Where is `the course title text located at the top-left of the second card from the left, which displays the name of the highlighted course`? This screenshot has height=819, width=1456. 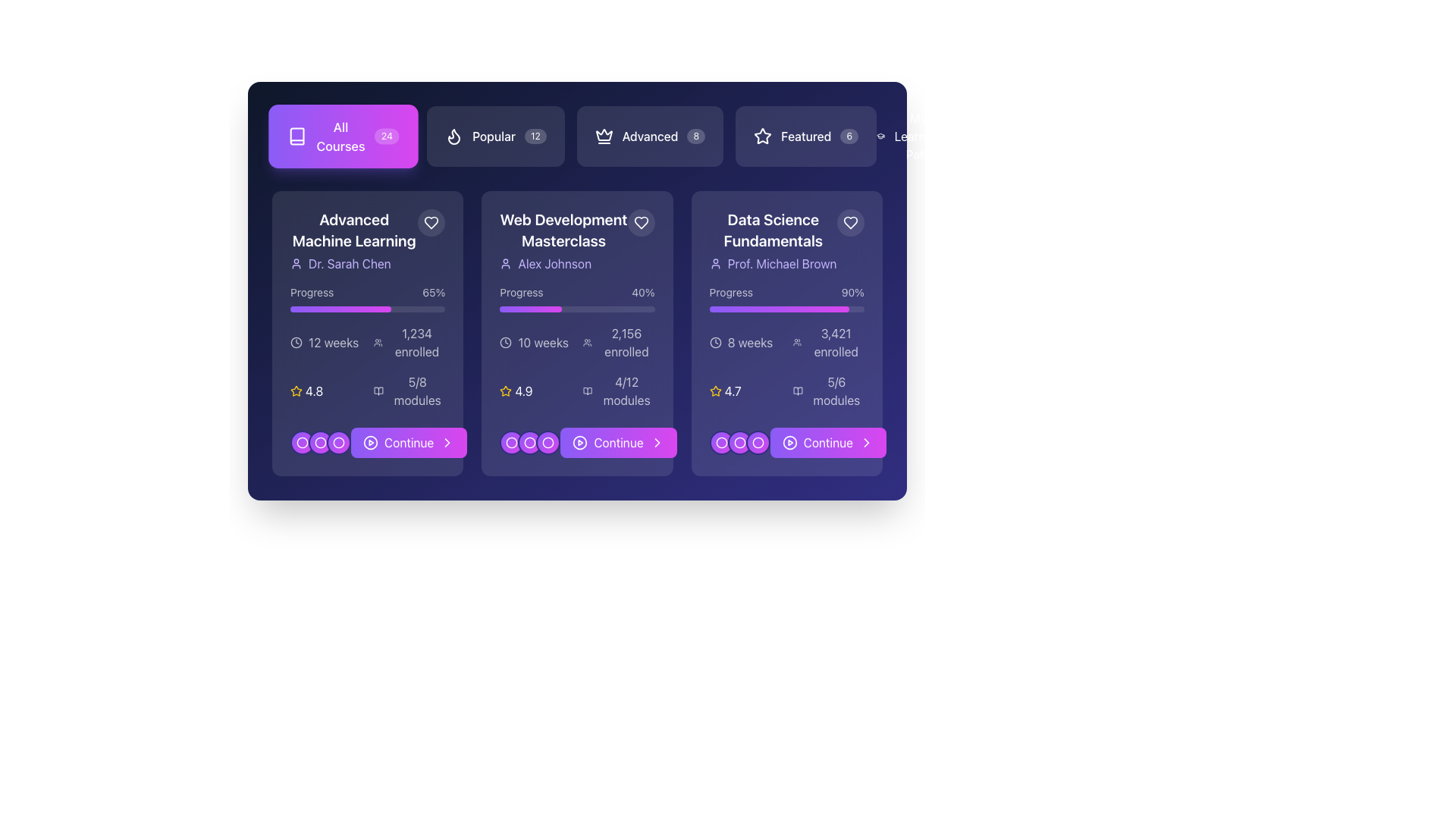
the course title text located at the top-left of the second card from the left, which displays the name of the highlighted course is located at coordinates (563, 231).